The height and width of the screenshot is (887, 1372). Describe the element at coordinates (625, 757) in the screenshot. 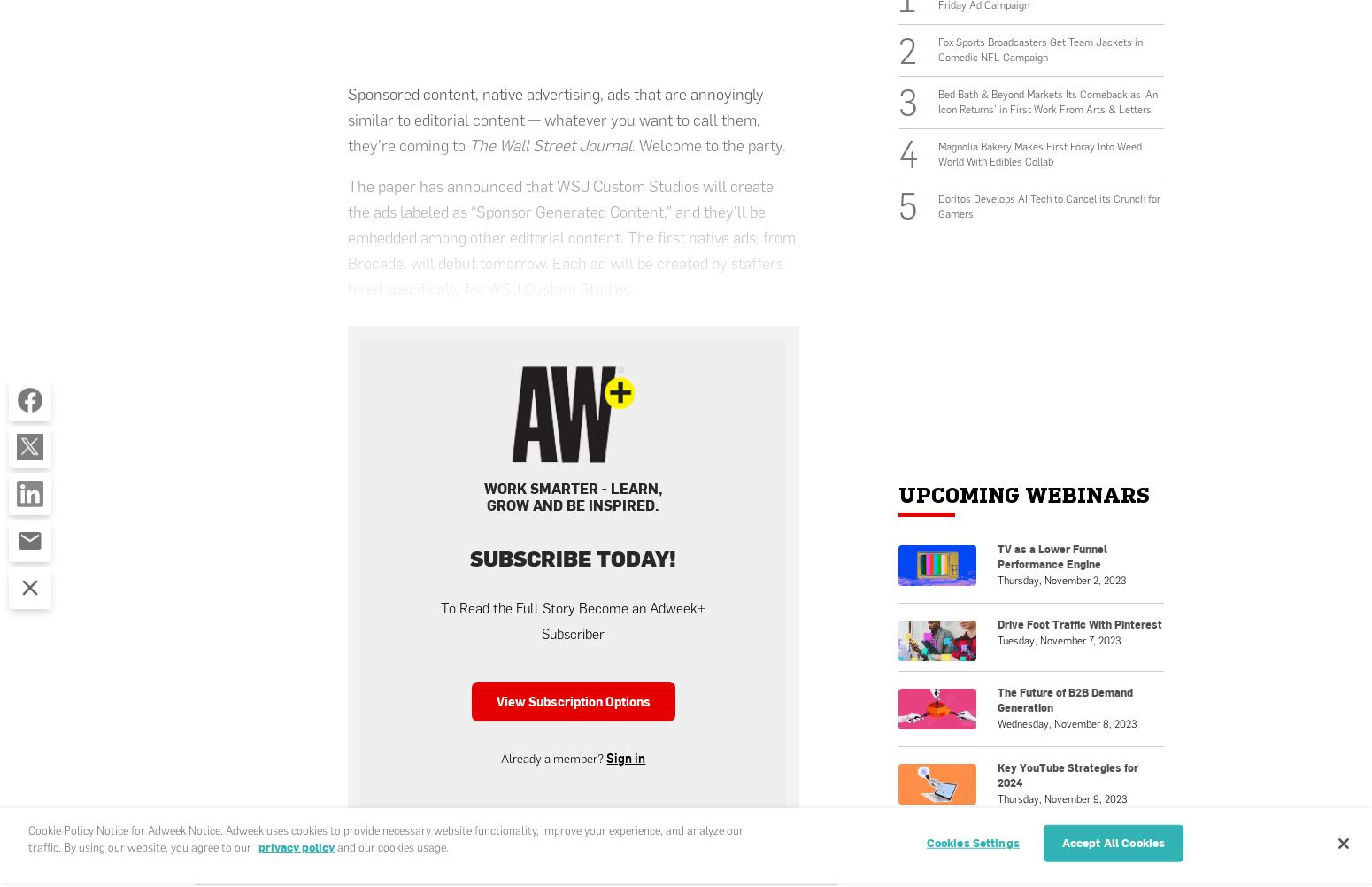

I see `'Sign in'` at that location.